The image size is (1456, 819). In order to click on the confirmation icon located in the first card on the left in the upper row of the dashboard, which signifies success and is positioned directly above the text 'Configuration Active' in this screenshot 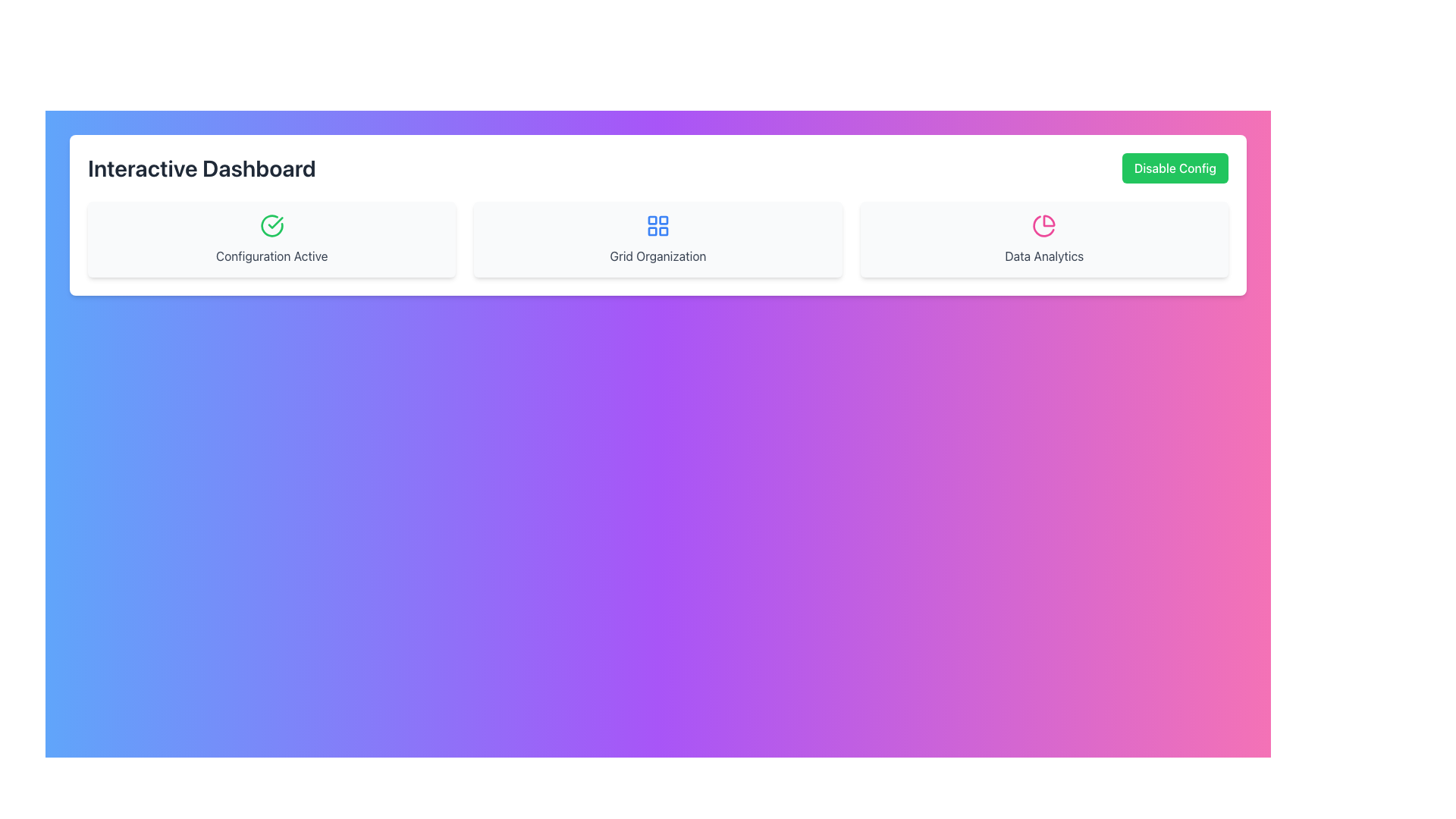, I will do `click(275, 222)`.